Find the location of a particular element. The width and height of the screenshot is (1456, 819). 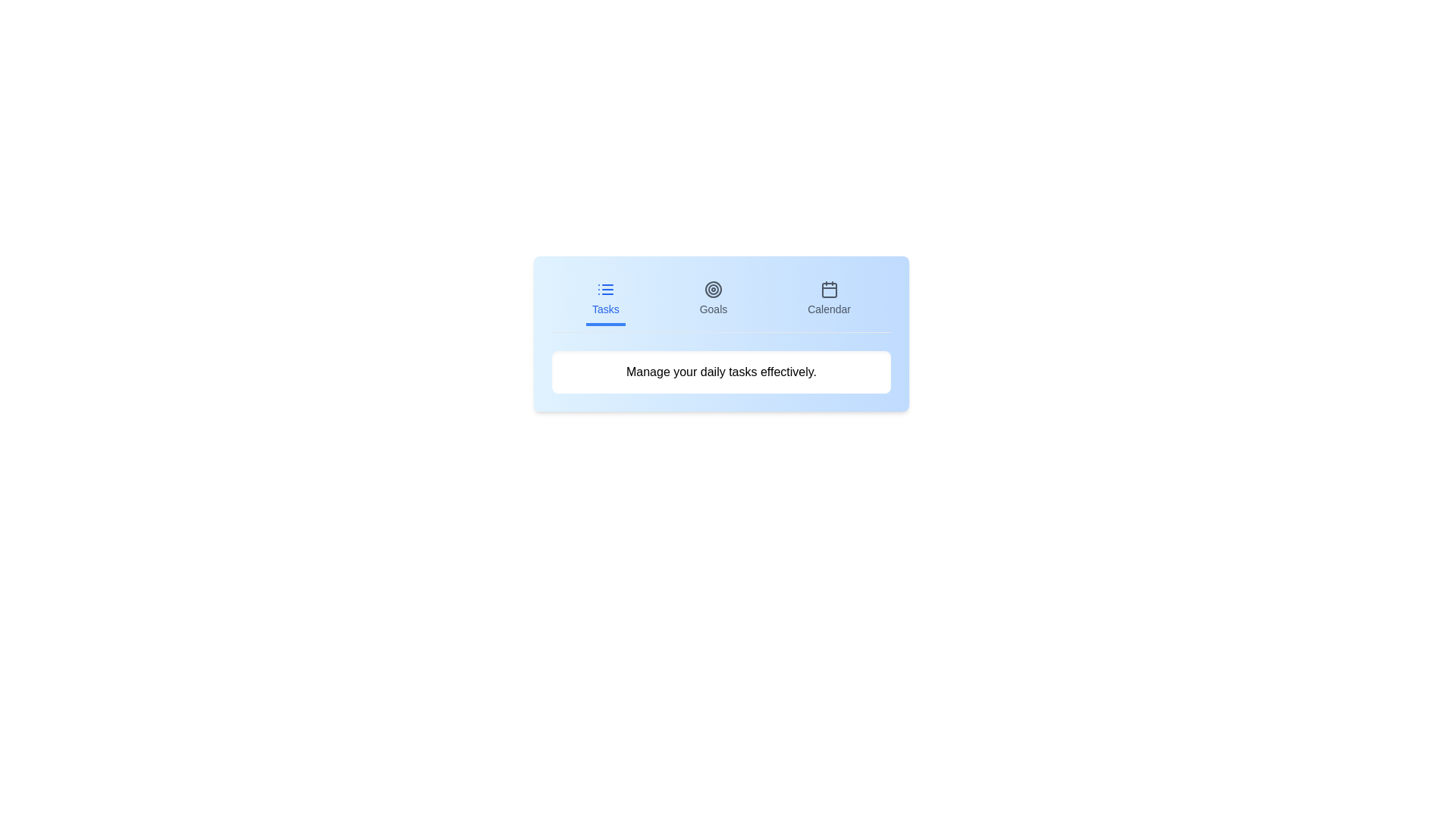

the Calendar tab by clicking on its title or icon is located at coordinates (828, 300).